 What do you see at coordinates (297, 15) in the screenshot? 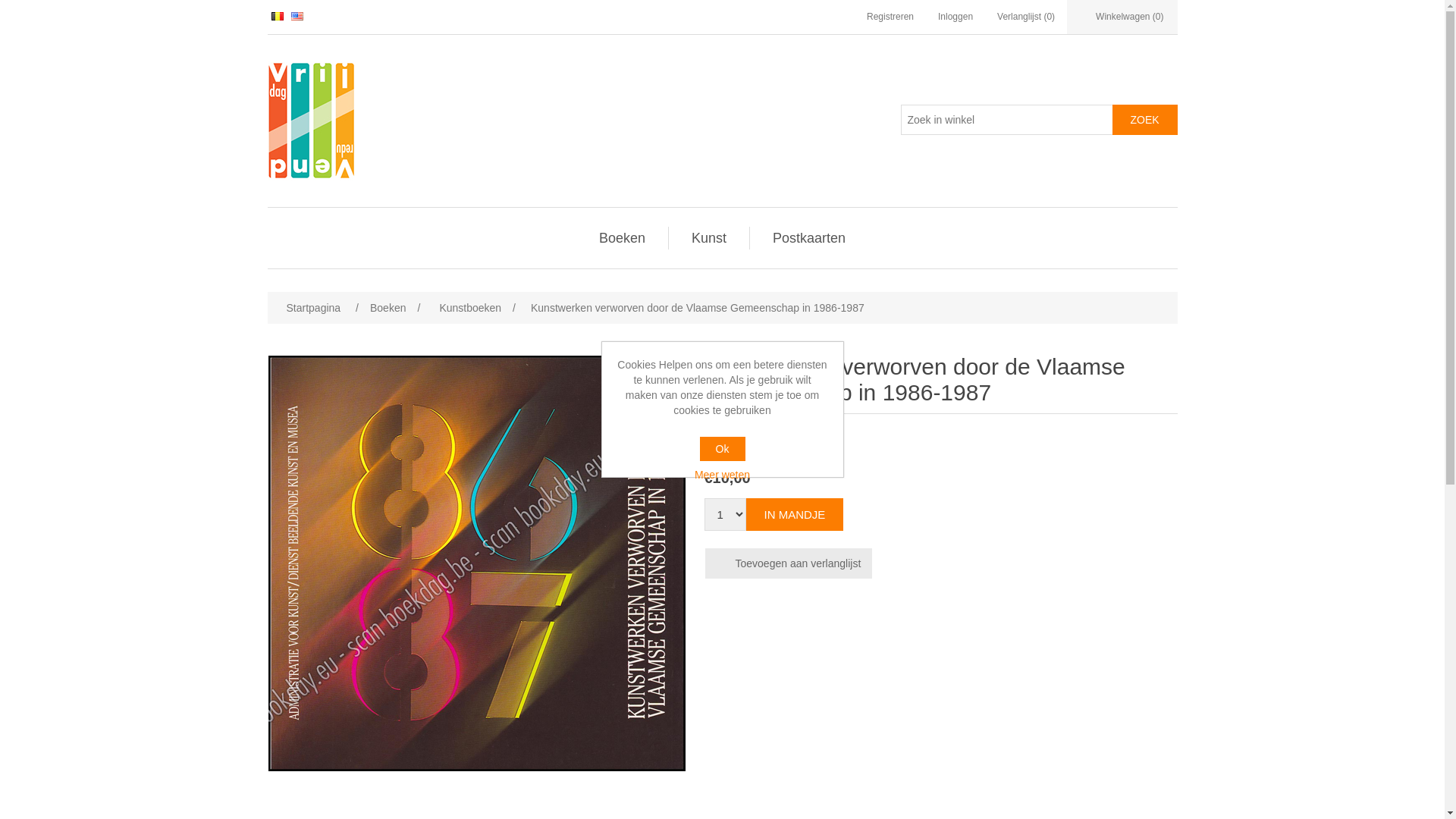
I see `'English'` at bounding box center [297, 15].